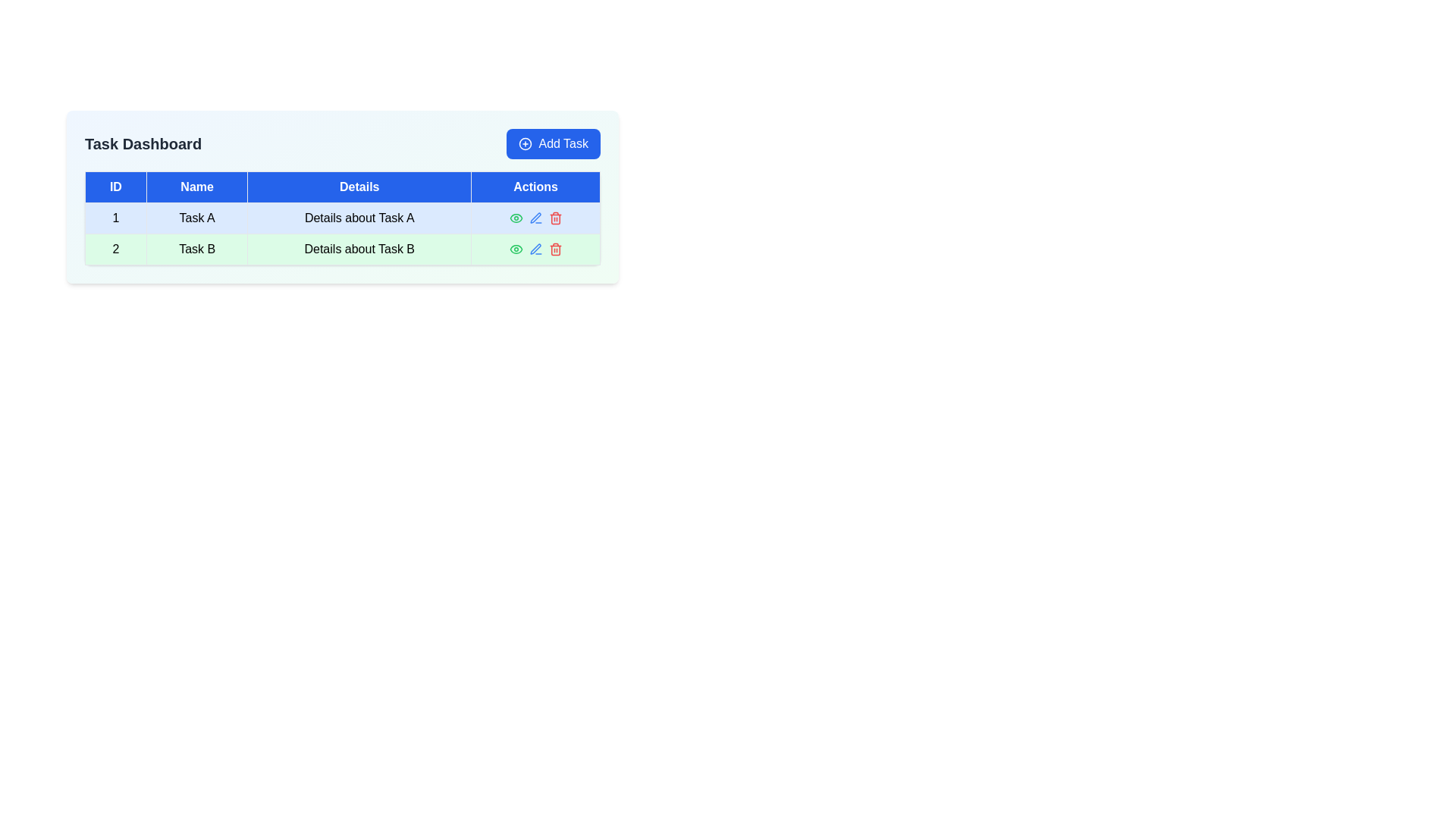  I want to click on the blue pen icon in the actions column of the second row of the table, so click(535, 248).